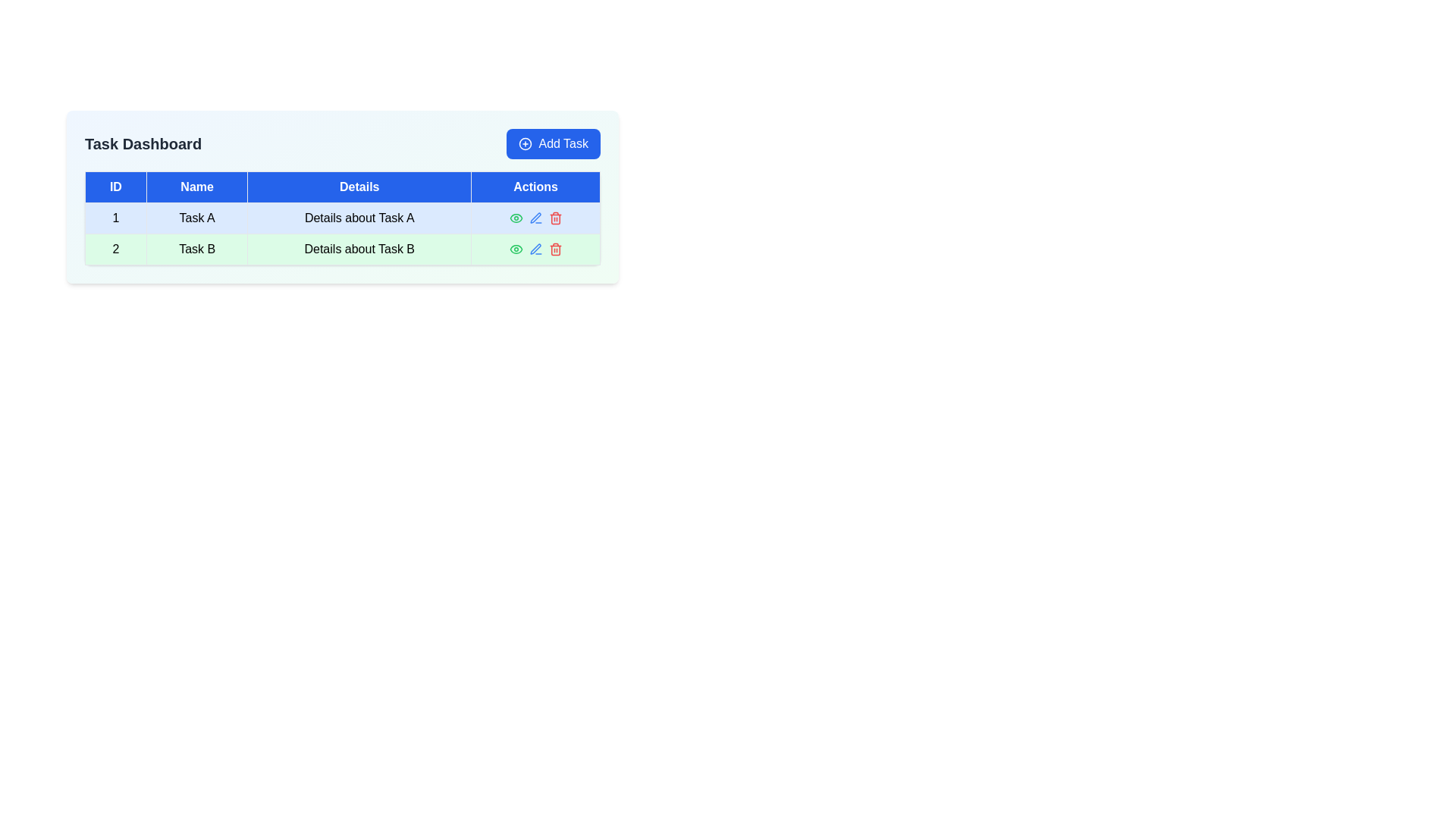  I want to click on the blue pen icon in the actions column of the second row of the table, so click(535, 248).